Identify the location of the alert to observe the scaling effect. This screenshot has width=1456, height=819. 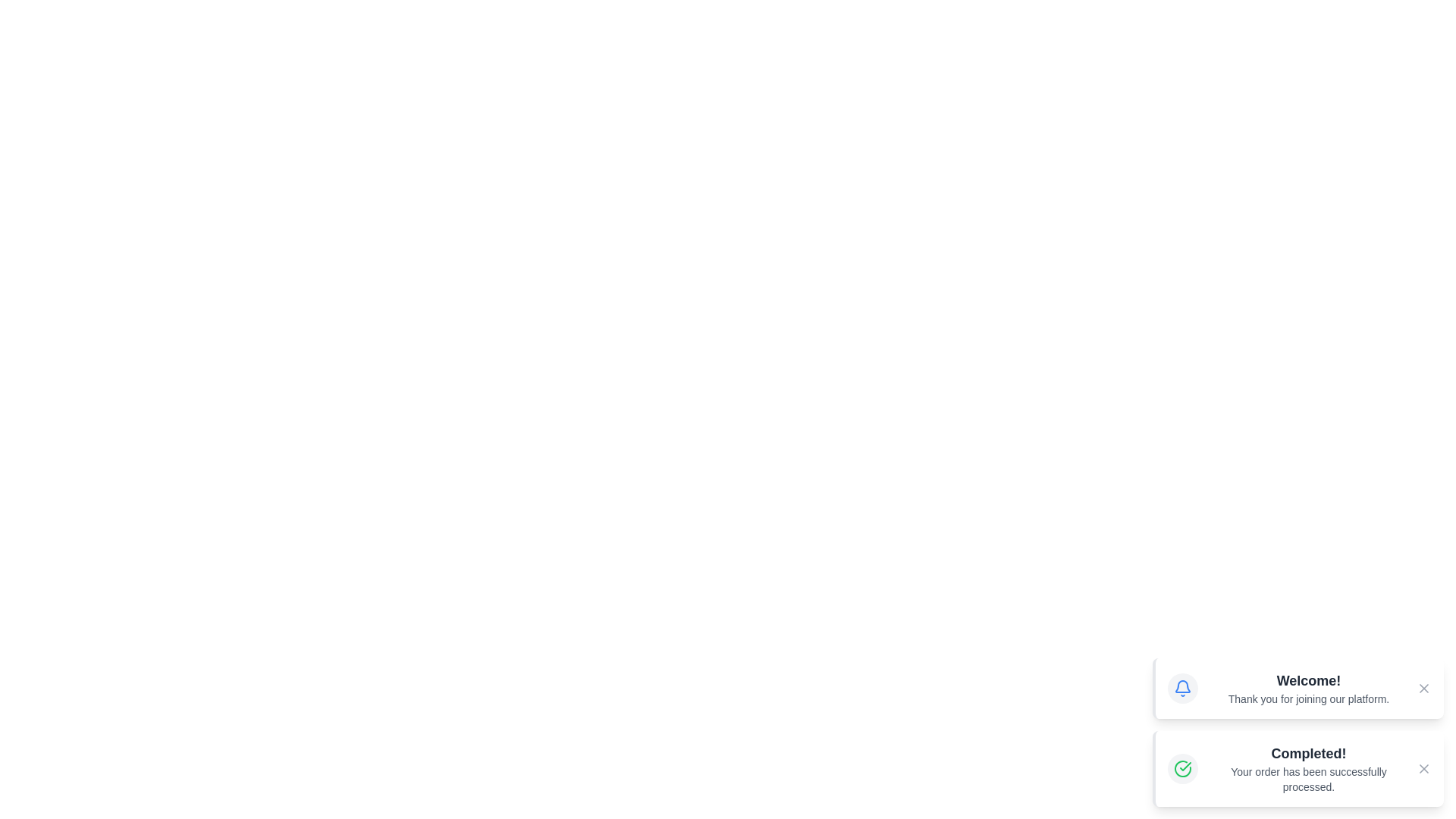
(1298, 688).